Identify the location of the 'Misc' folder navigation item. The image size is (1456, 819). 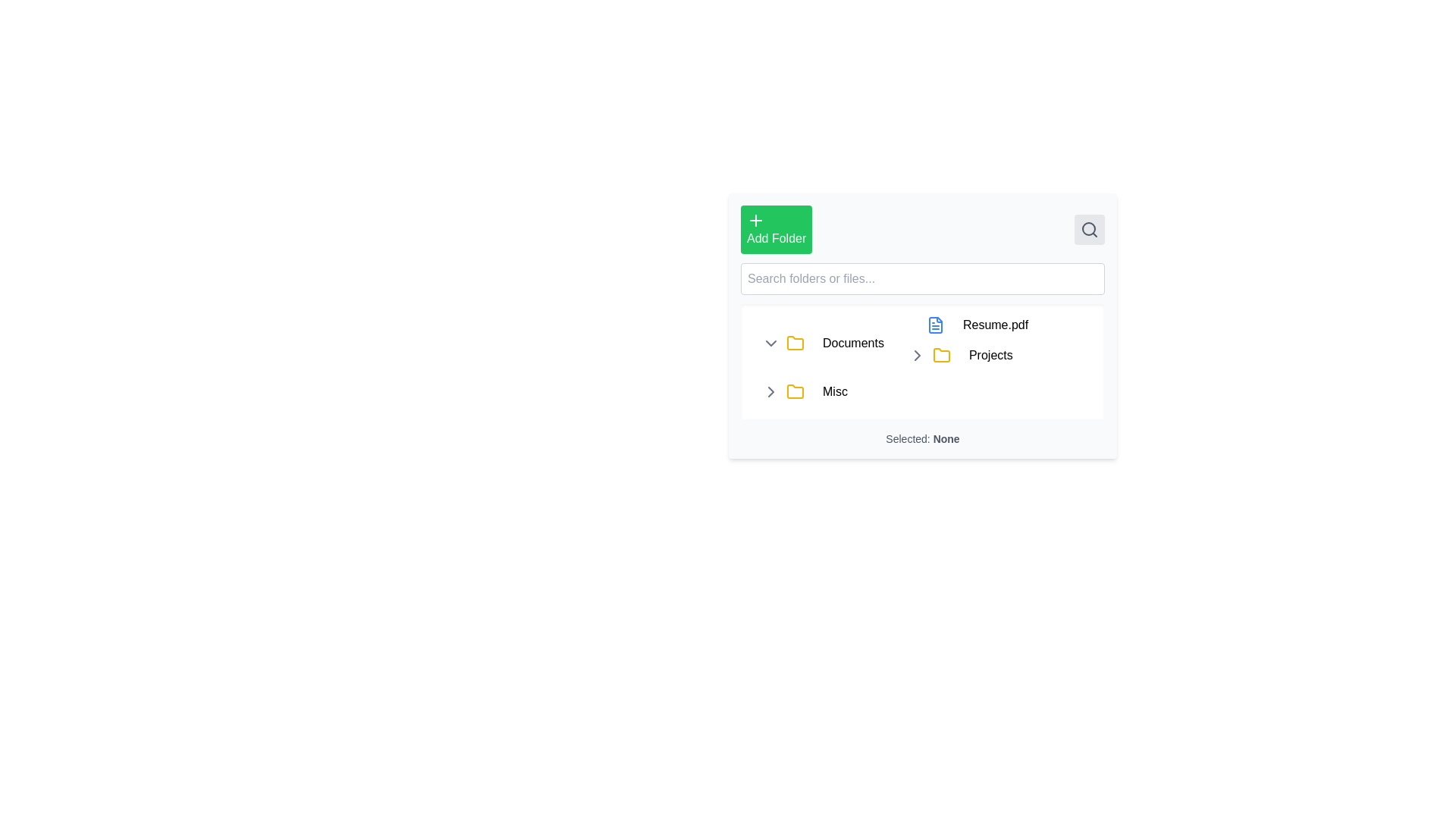
(927, 391).